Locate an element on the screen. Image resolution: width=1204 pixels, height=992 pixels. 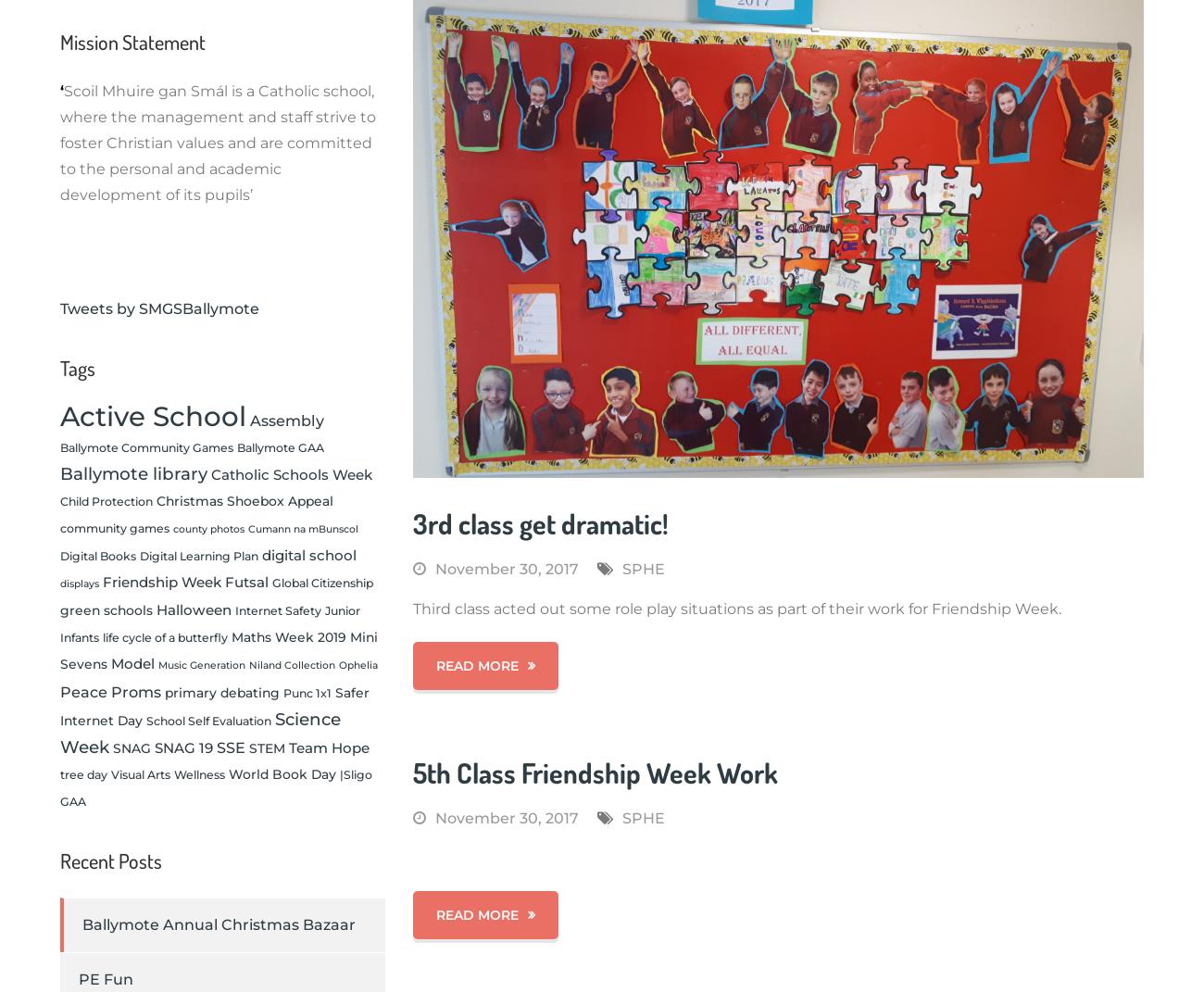
'Ballymote GAA' is located at coordinates (281, 446).